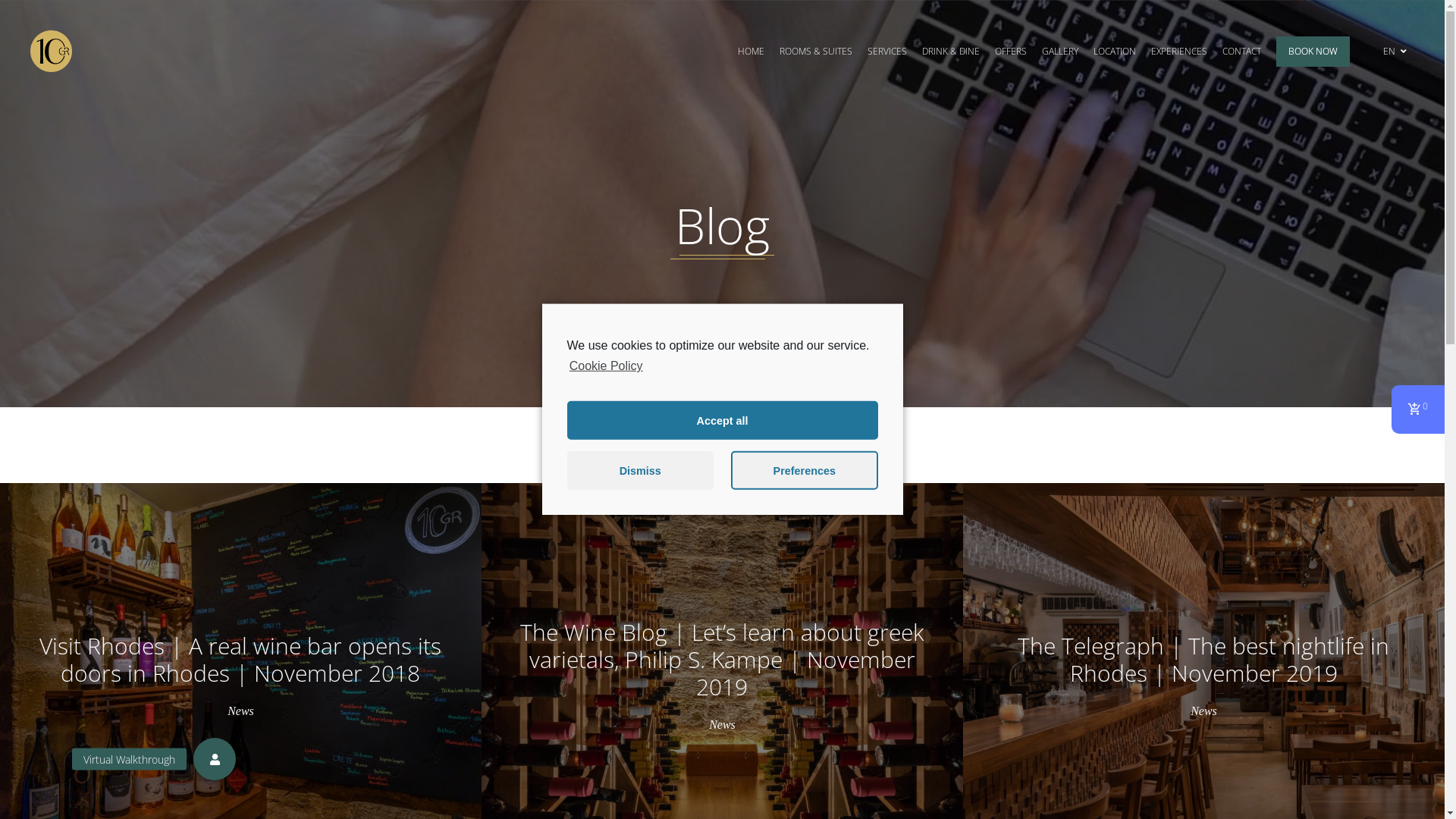  Describe the element at coordinates (604, 366) in the screenshot. I see `'Cookie Policy'` at that location.